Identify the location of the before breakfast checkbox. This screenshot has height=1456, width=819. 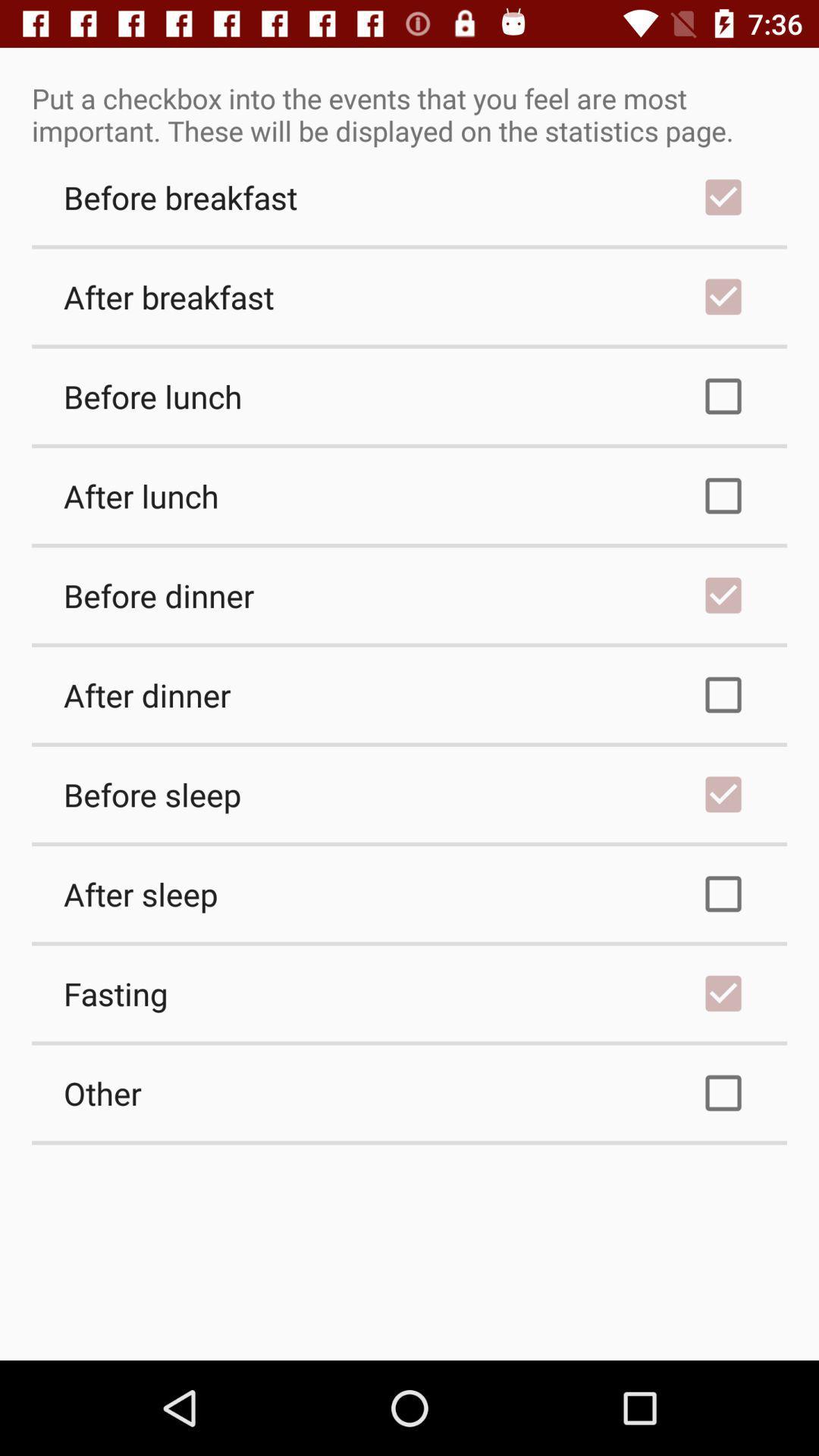
(409, 196).